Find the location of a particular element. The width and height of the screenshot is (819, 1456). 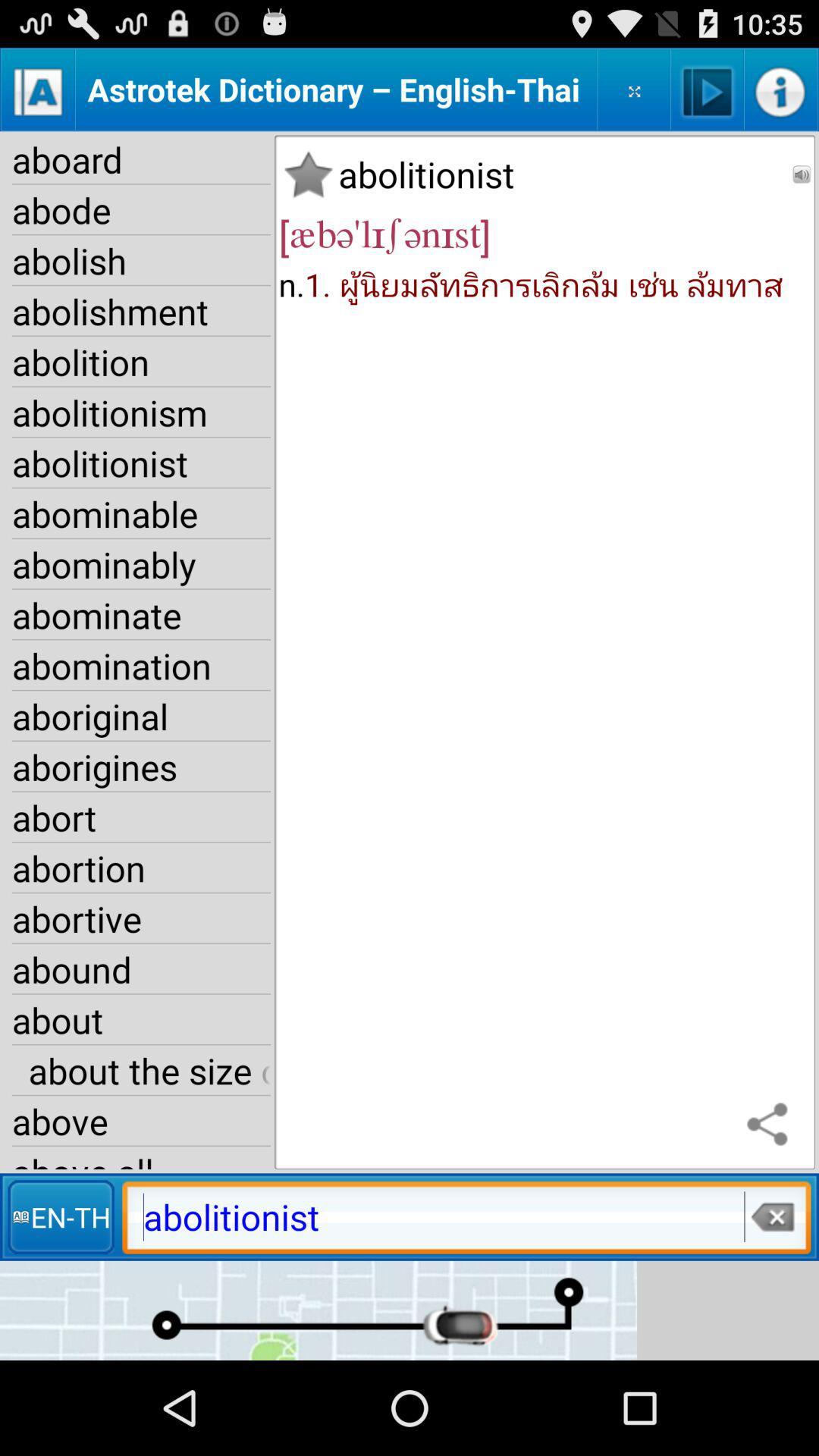

the icon above aboriginal is located at coordinates (141, 665).